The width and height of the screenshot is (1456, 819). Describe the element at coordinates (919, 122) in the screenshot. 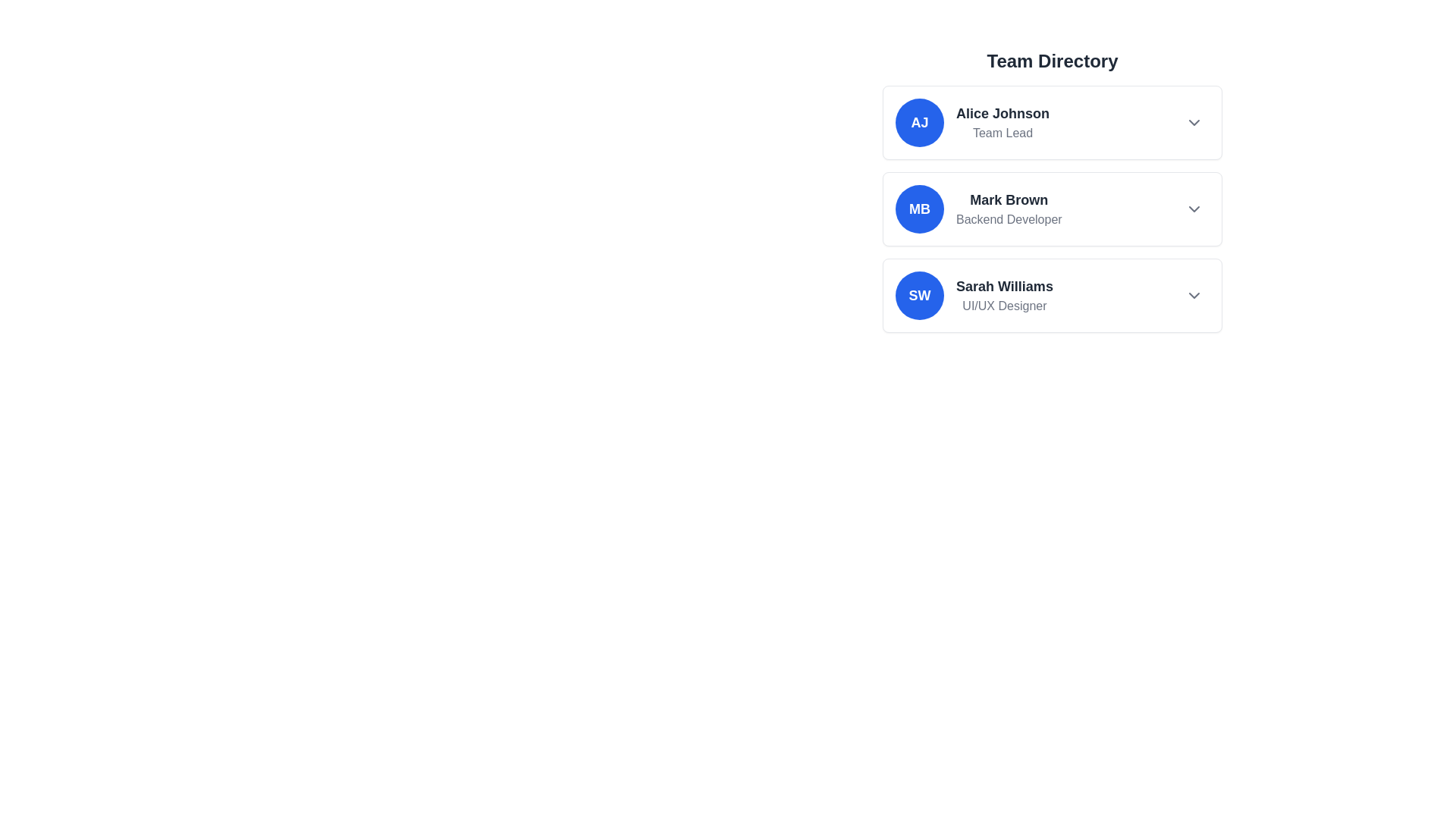

I see `the Profile Initial Badge representing user 'Alice Johnson'` at that location.